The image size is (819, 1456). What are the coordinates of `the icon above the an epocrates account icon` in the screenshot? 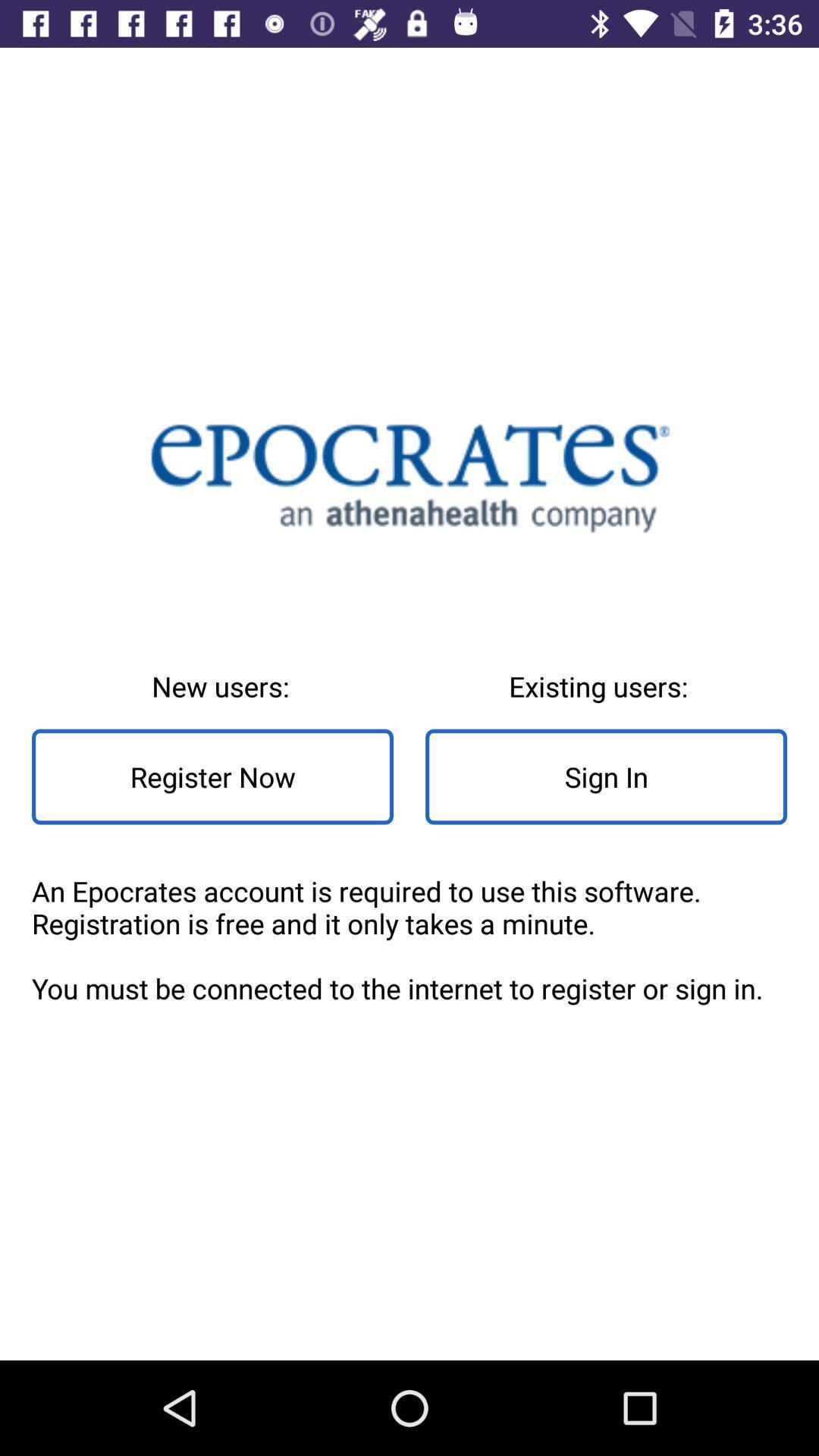 It's located at (212, 777).